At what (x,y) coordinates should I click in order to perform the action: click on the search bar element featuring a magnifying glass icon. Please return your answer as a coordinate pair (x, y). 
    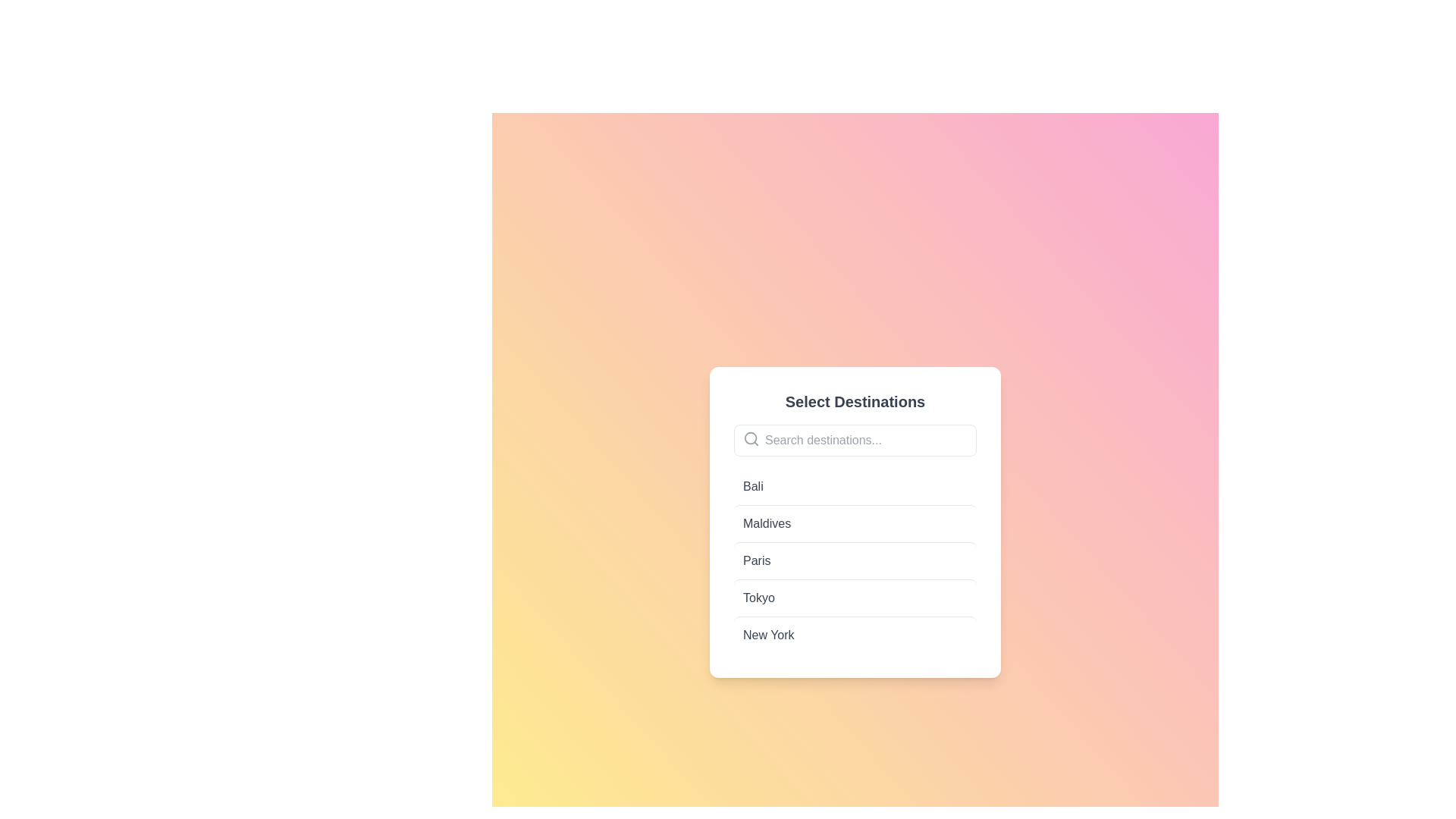
    Looking at the image, I should click on (855, 441).